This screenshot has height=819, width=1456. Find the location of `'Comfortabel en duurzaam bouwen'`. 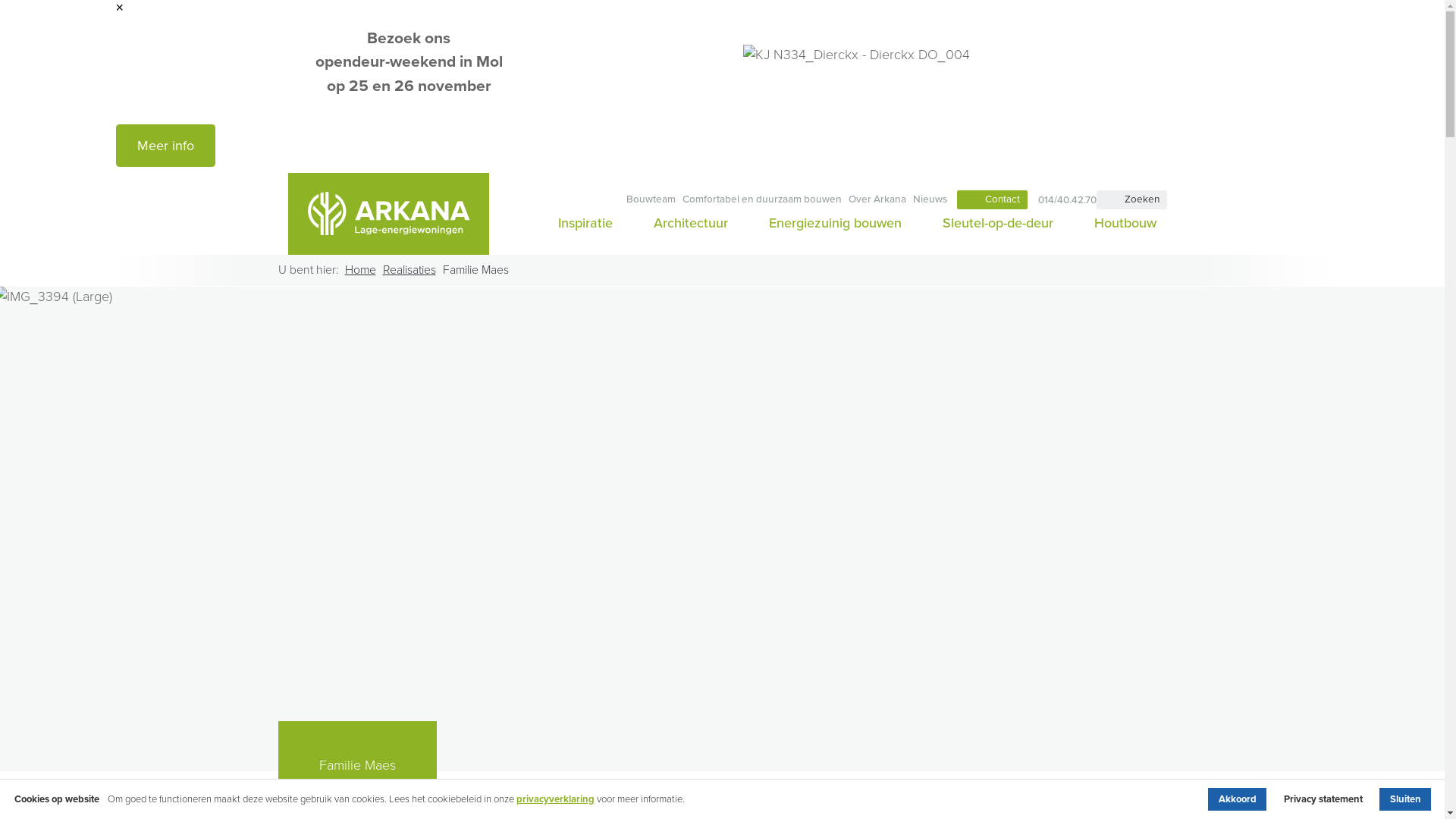

'Comfortabel en duurzaam bouwen' is located at coordinates (761, 199).